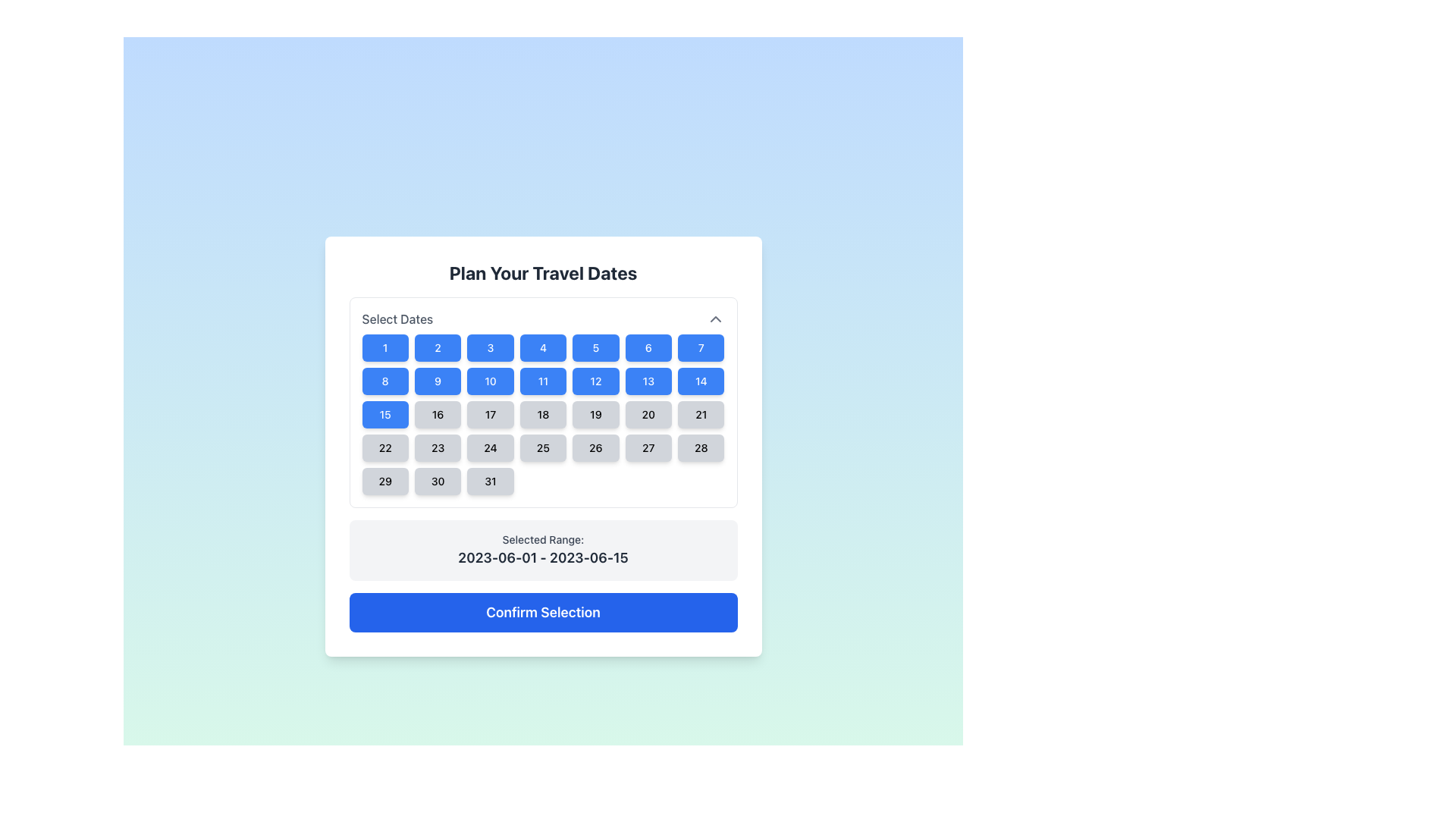  What do you see at coordinates (543, 611) in the screenshot?
I see `the confirmation button located at the bottom of the modal` at bounding box center [543, 611].